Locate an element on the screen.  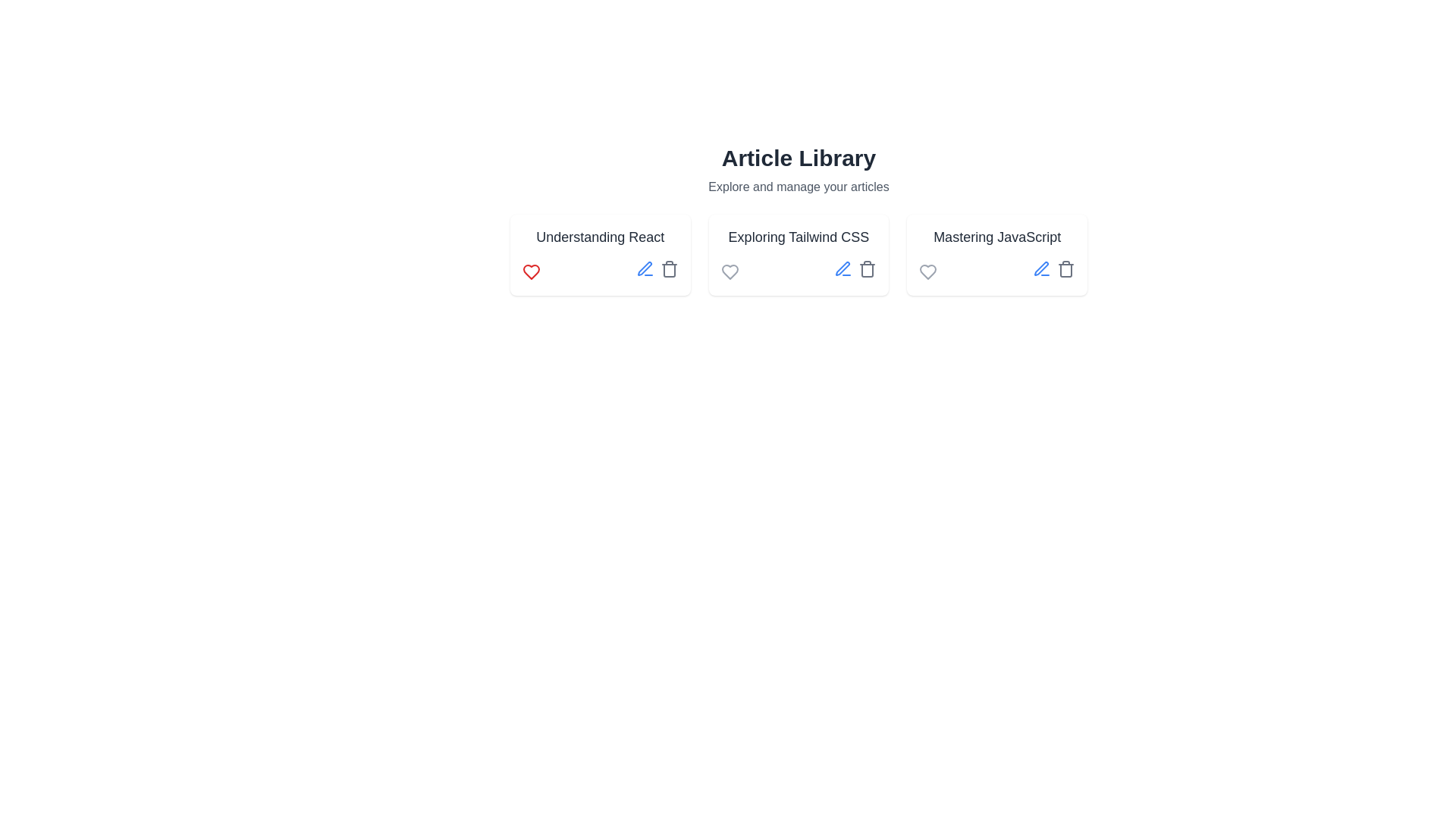
static text displaying the title 'Understanding React', which is styled with a large, medium-weight font and dark gray color, located at the top of a white card with rounded corners is located at coordinates (599, 237).